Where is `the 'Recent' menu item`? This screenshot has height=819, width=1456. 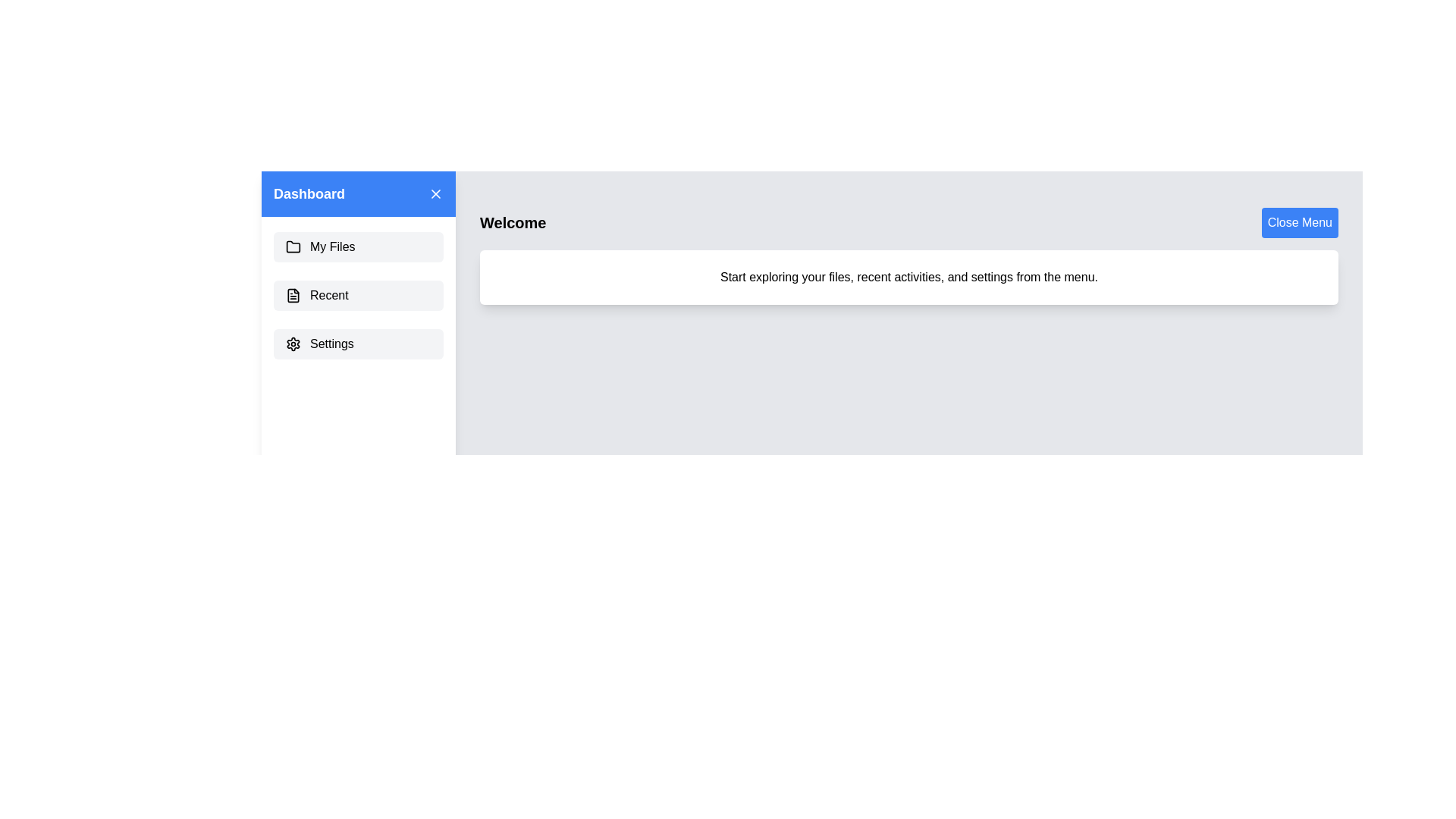 the 'Recent' menu item is located at coordinates (358, 295).